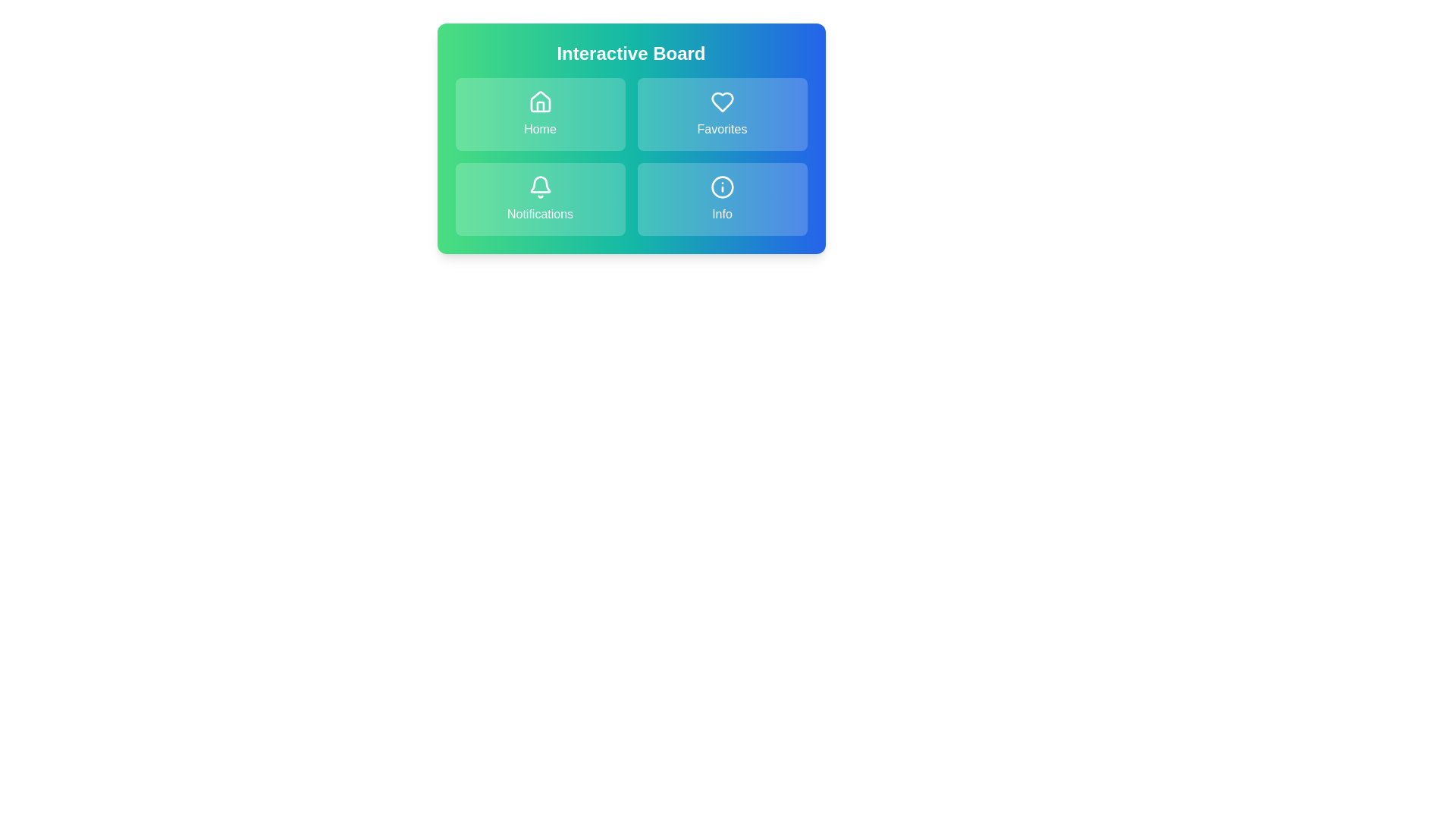  Describe the element at coordinates (721, 113) in the screenshot. I see `the 'Favorites' button located in the top-right cell of the 2x2 grid layout` at that location.